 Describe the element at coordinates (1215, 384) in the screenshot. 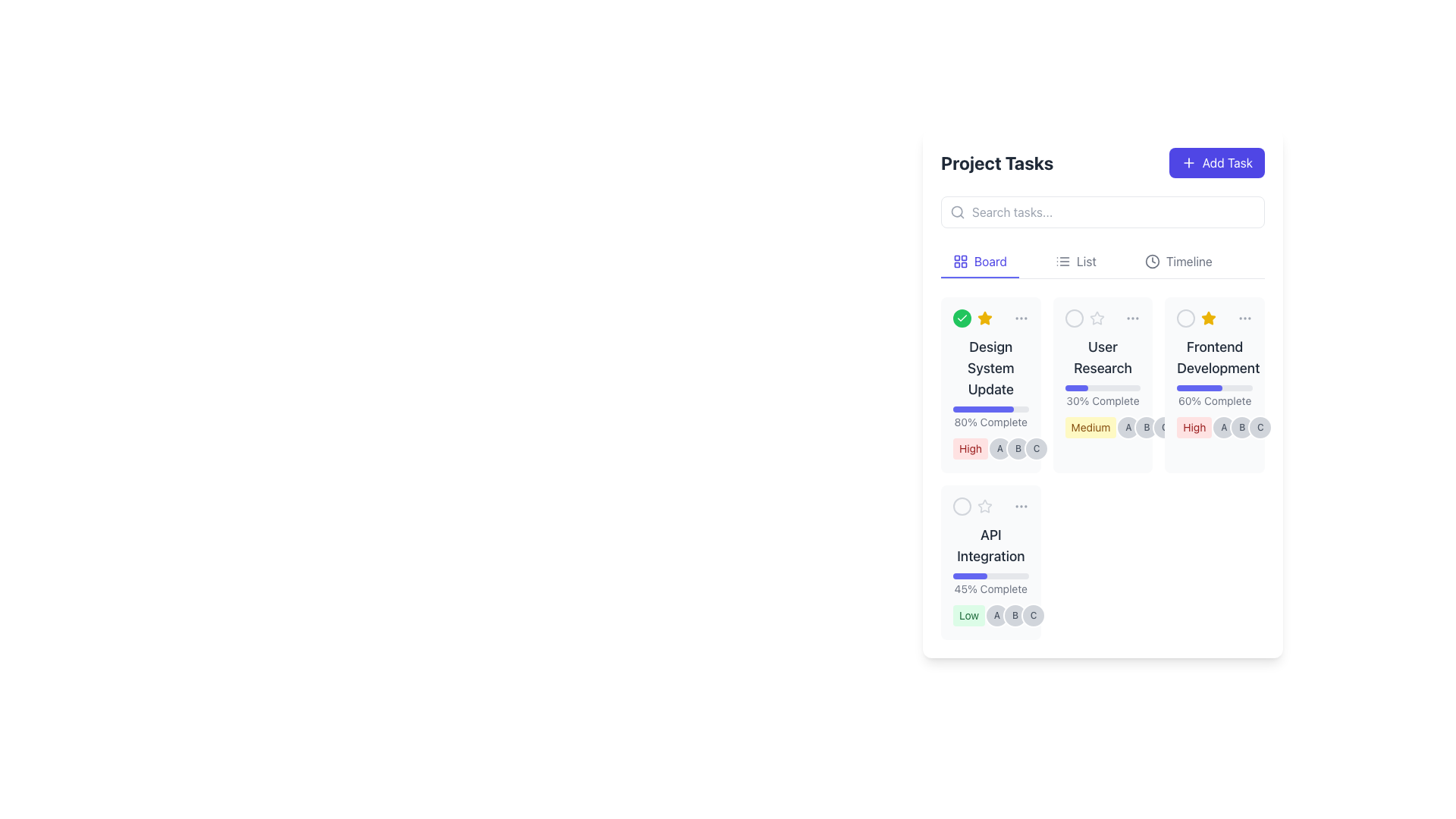

I see `the Task summary card located` at that location.